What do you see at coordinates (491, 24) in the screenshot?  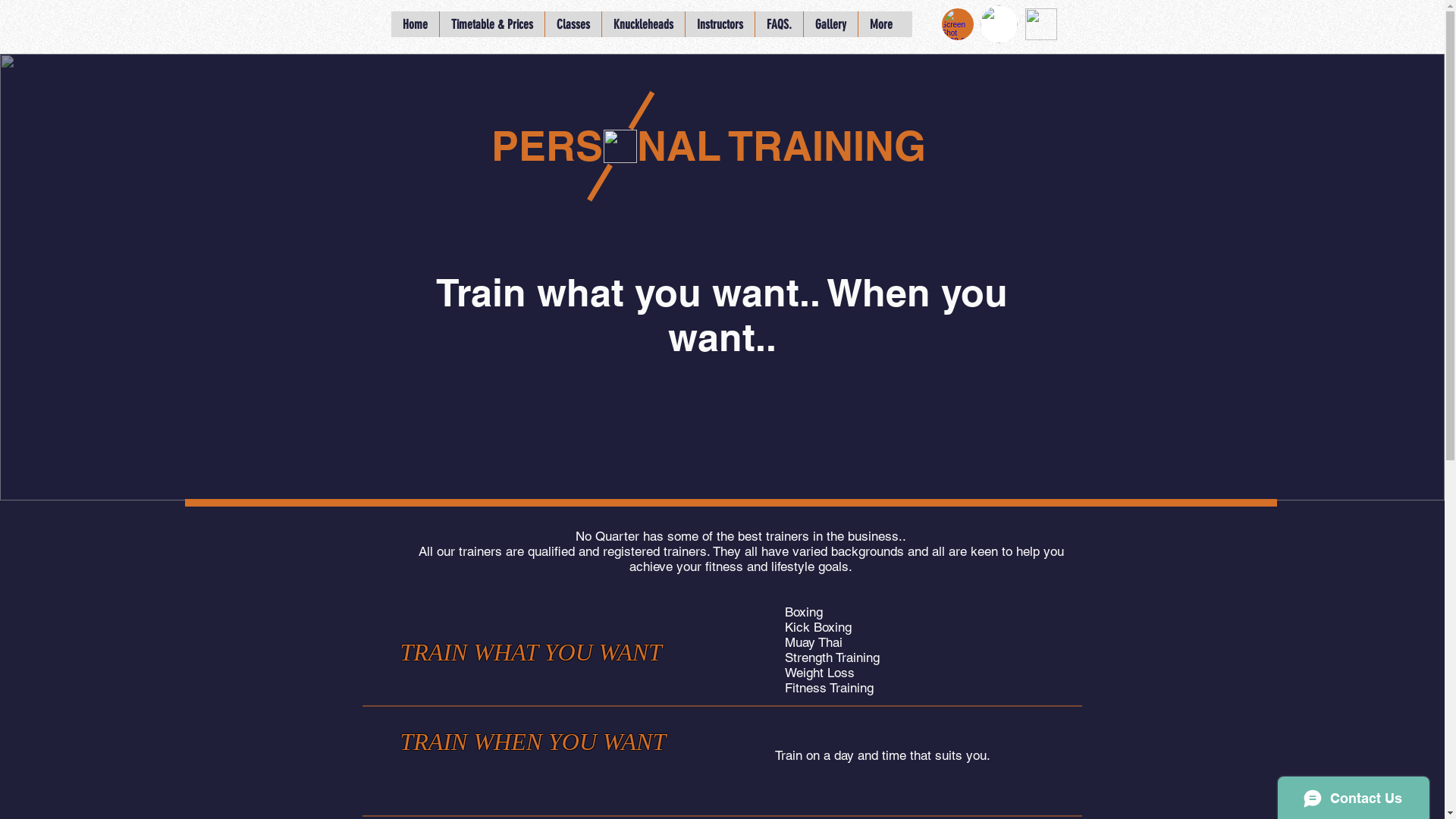 I see `'Timetable & Prices'` at bounding box center [491, 24].